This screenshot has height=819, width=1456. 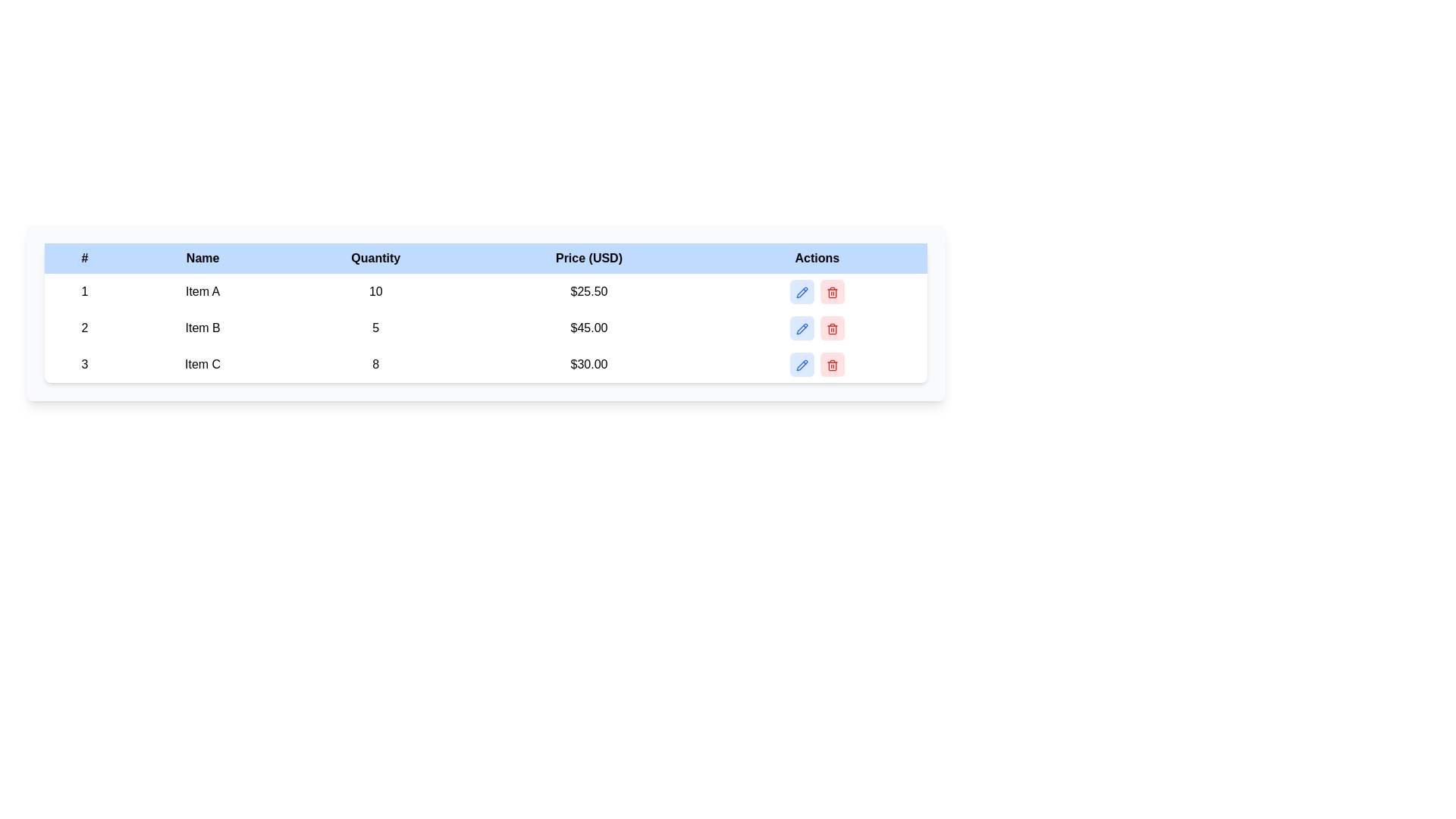 I want to click on the blue rectangular button with a white pencil icon in the 'Actions' column of the second row of the table to initiate an edit action, so click(x=816, y=327).